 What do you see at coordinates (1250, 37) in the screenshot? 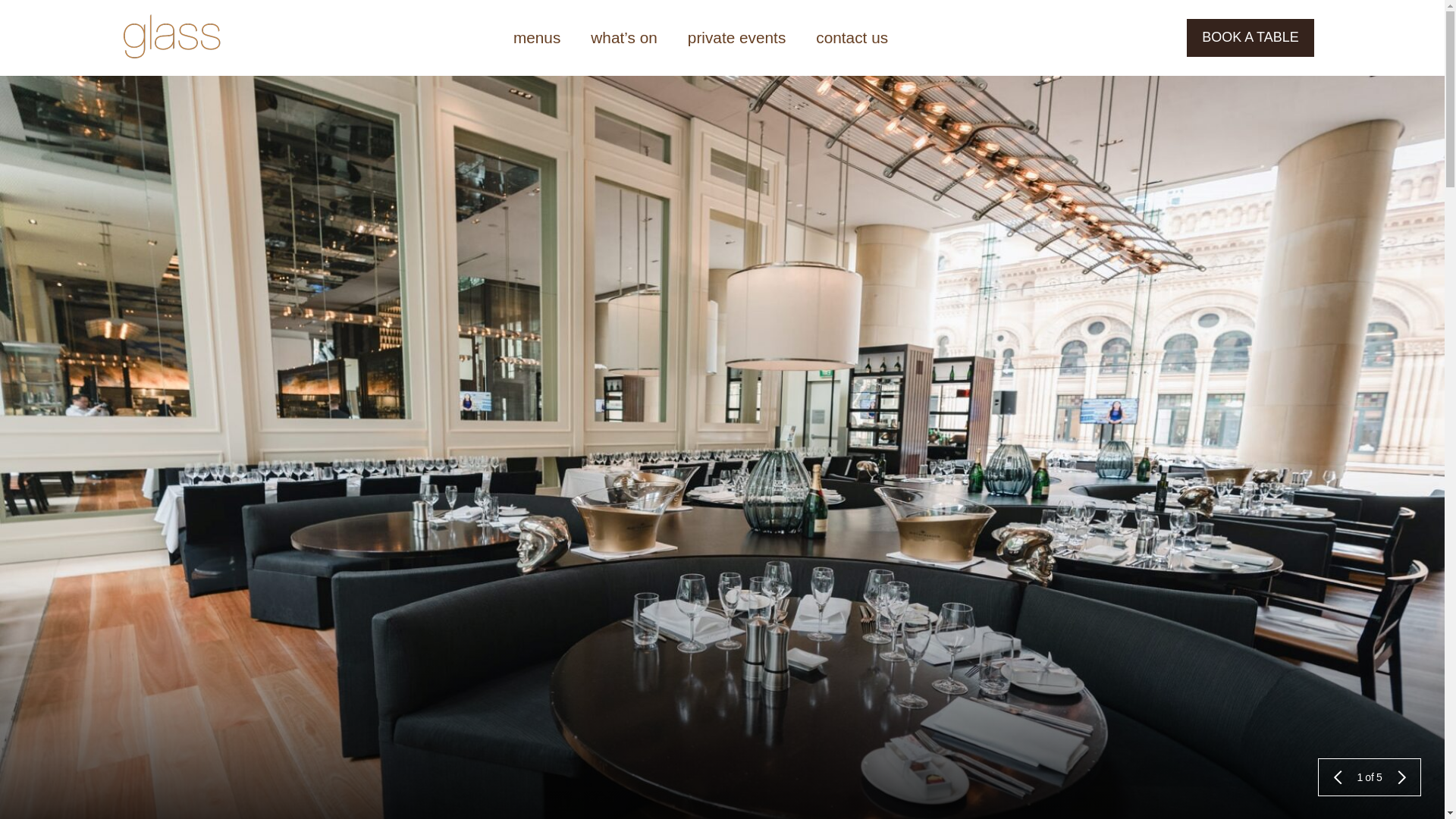
I see `'BOOK A TABLE'` at bounding box center [1250, 37].